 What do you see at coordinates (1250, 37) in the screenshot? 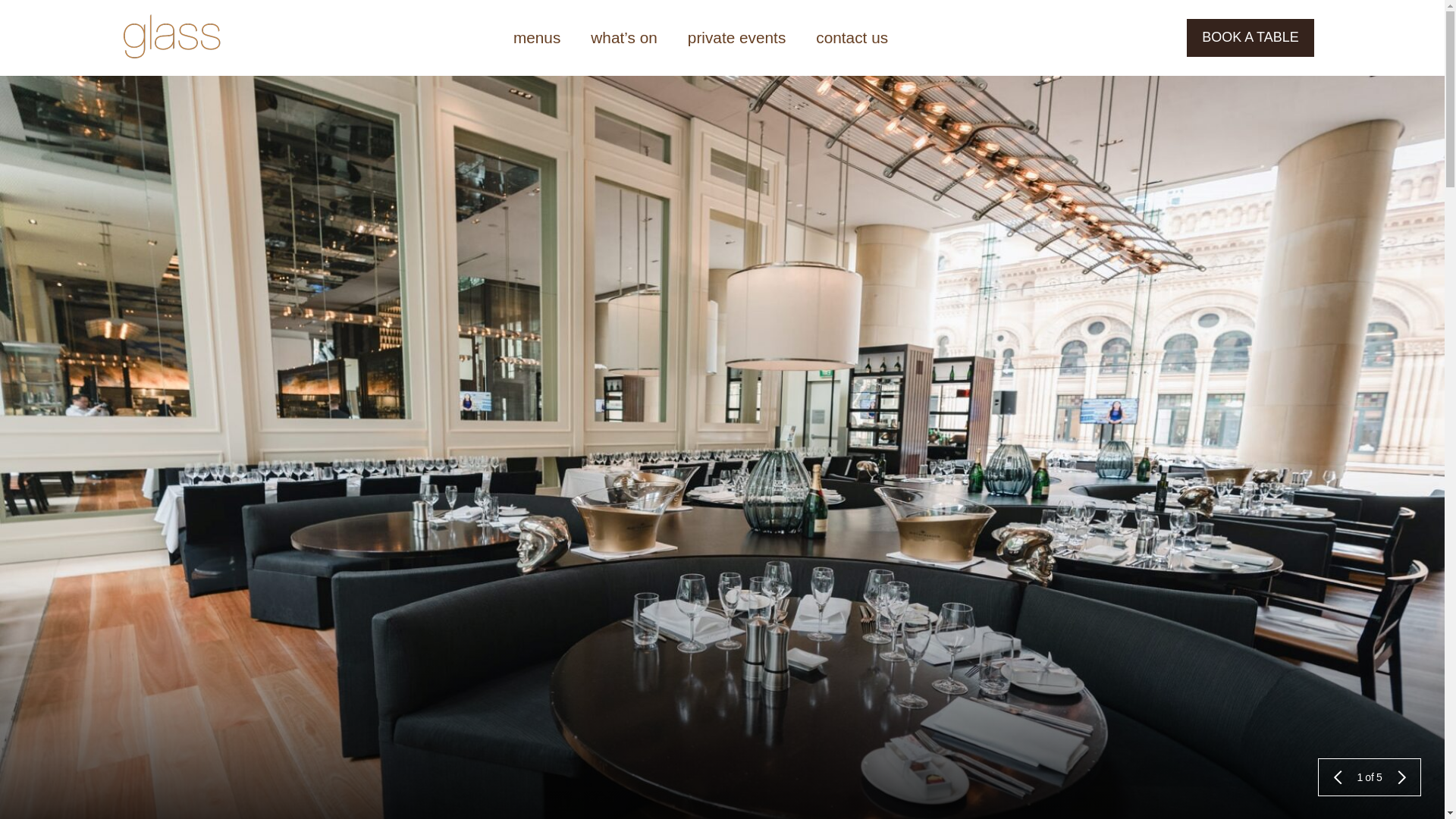
I see `'BOOK A TABLE'` at bounding box center [1250, 37].